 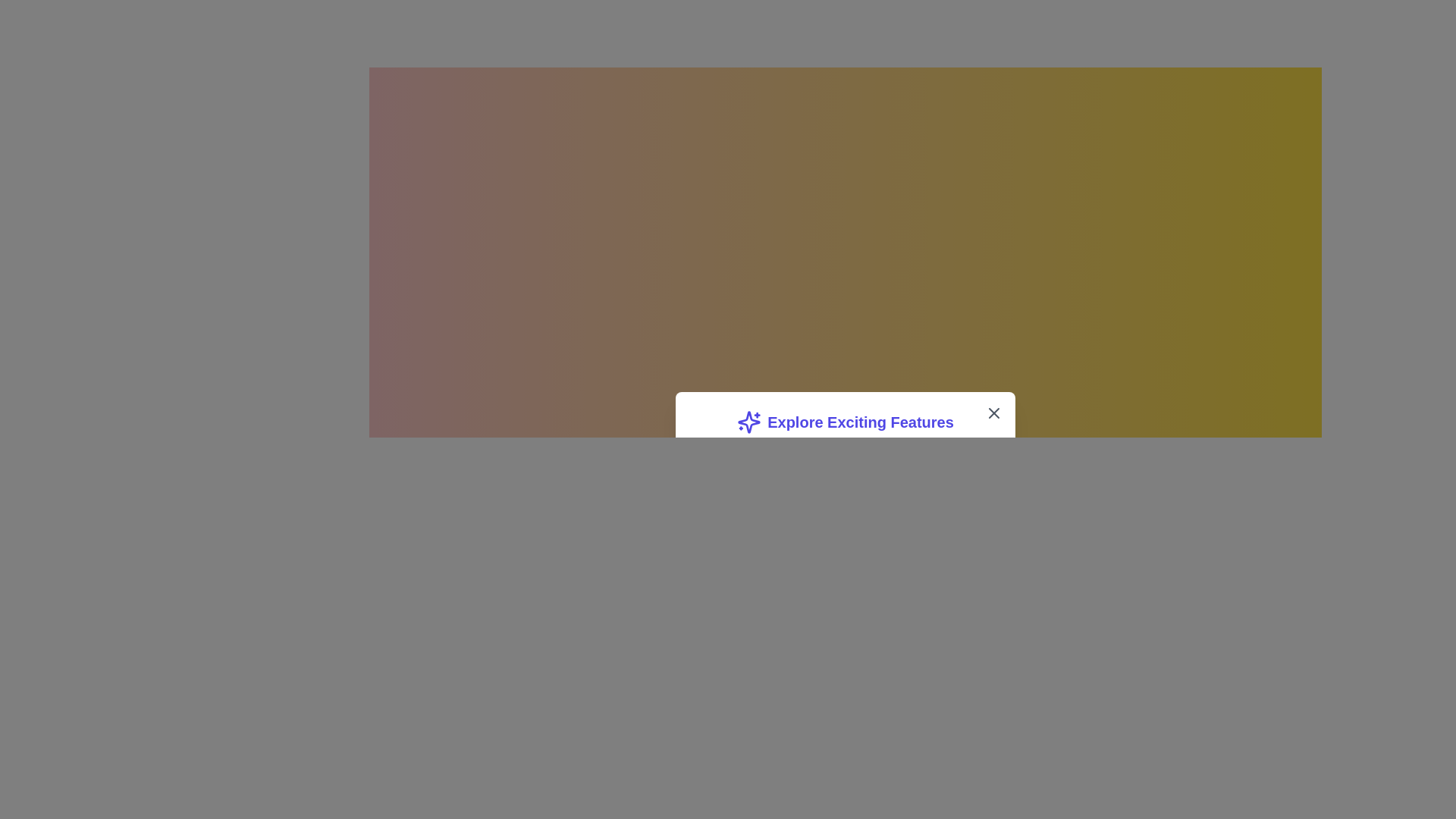 What do you see at coordinates (728, 409) in the screenshot?
I see `the overlay to close the dialog` at bounding box center [728, 409].